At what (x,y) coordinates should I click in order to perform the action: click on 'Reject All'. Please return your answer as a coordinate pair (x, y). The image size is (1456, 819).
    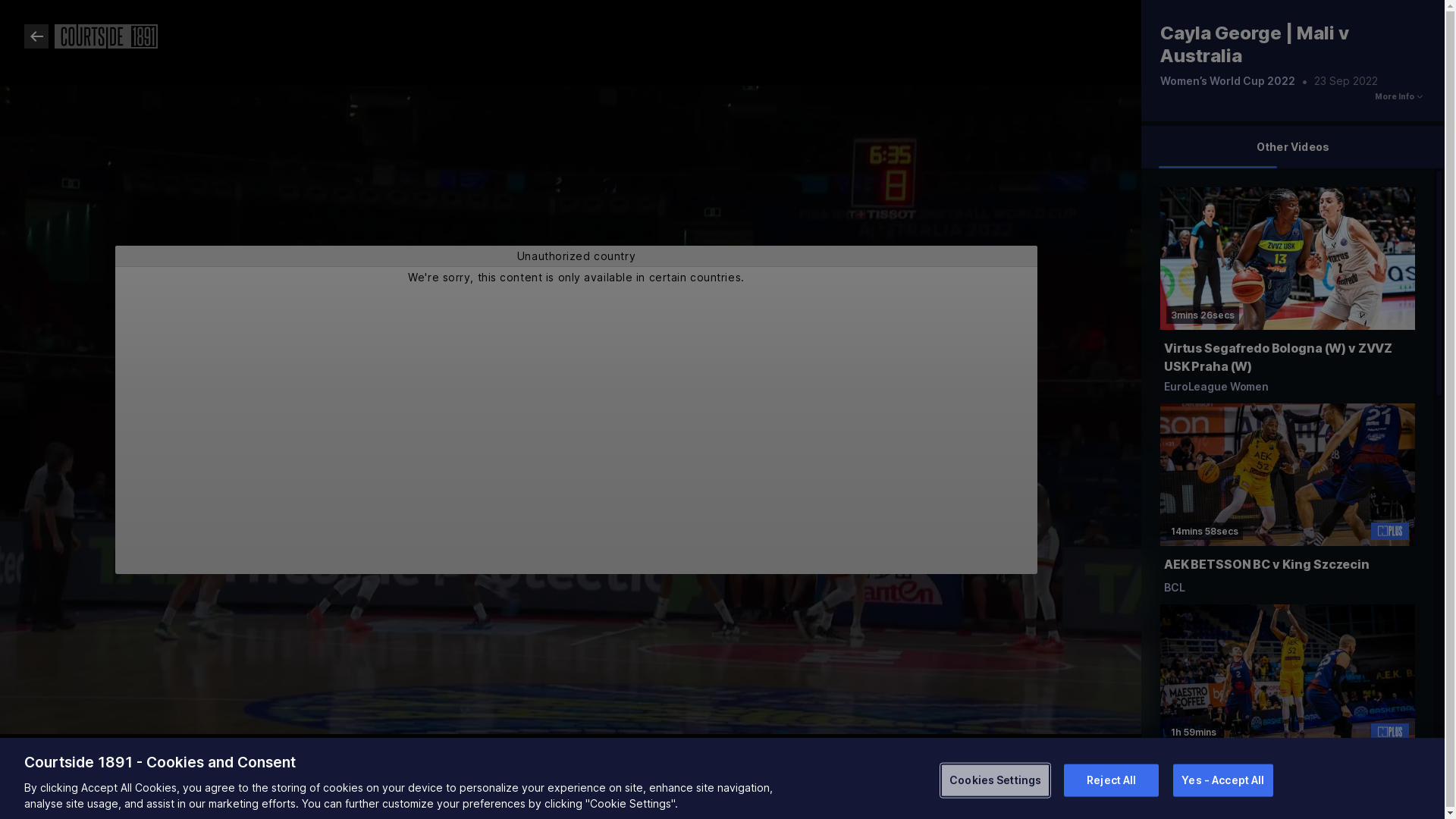
    Looking at the image, I should click on (1111, 780).